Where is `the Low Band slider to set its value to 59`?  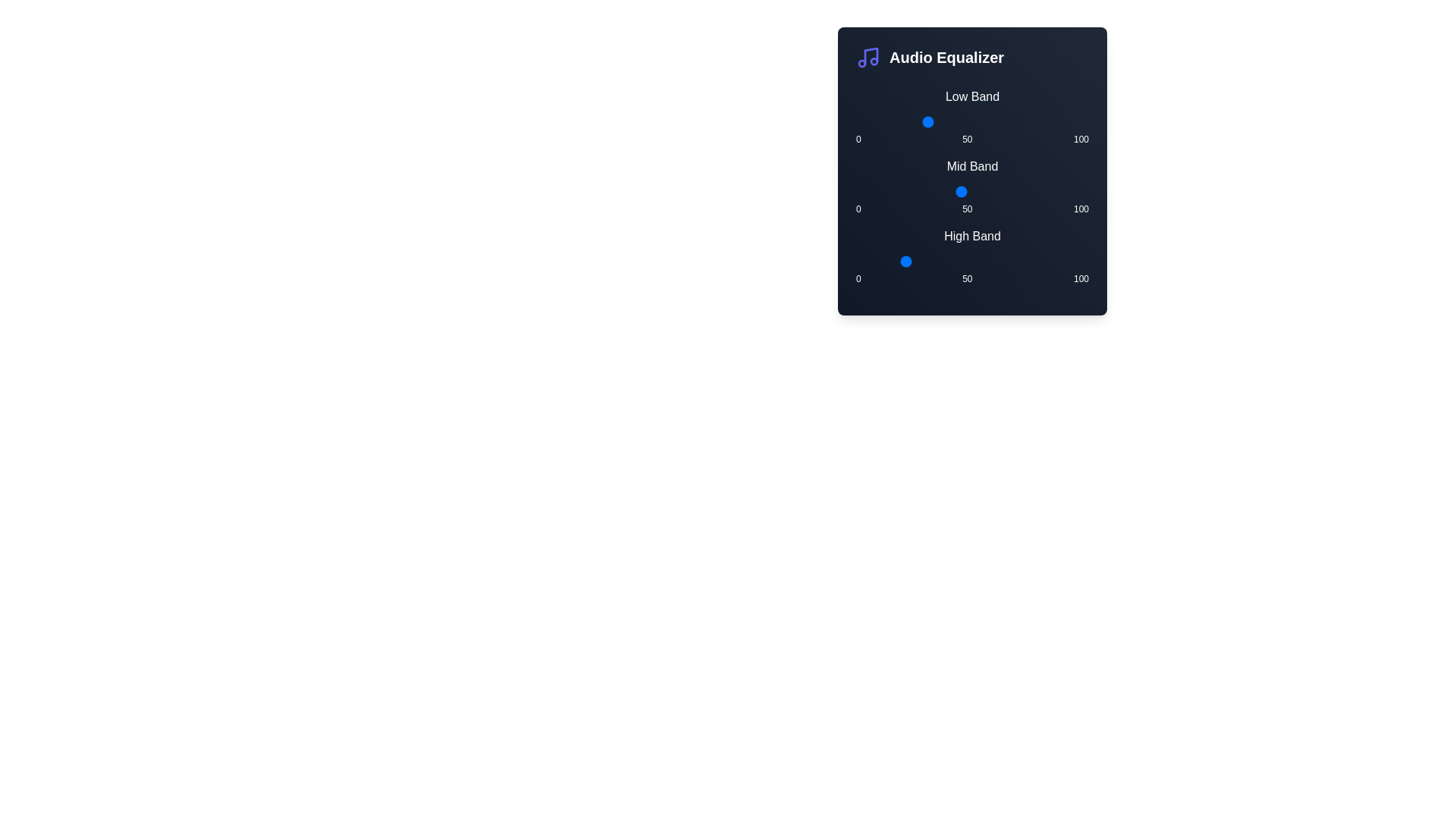
the Low Band slider to set its value to 59 is located at coordinates (993, 121).